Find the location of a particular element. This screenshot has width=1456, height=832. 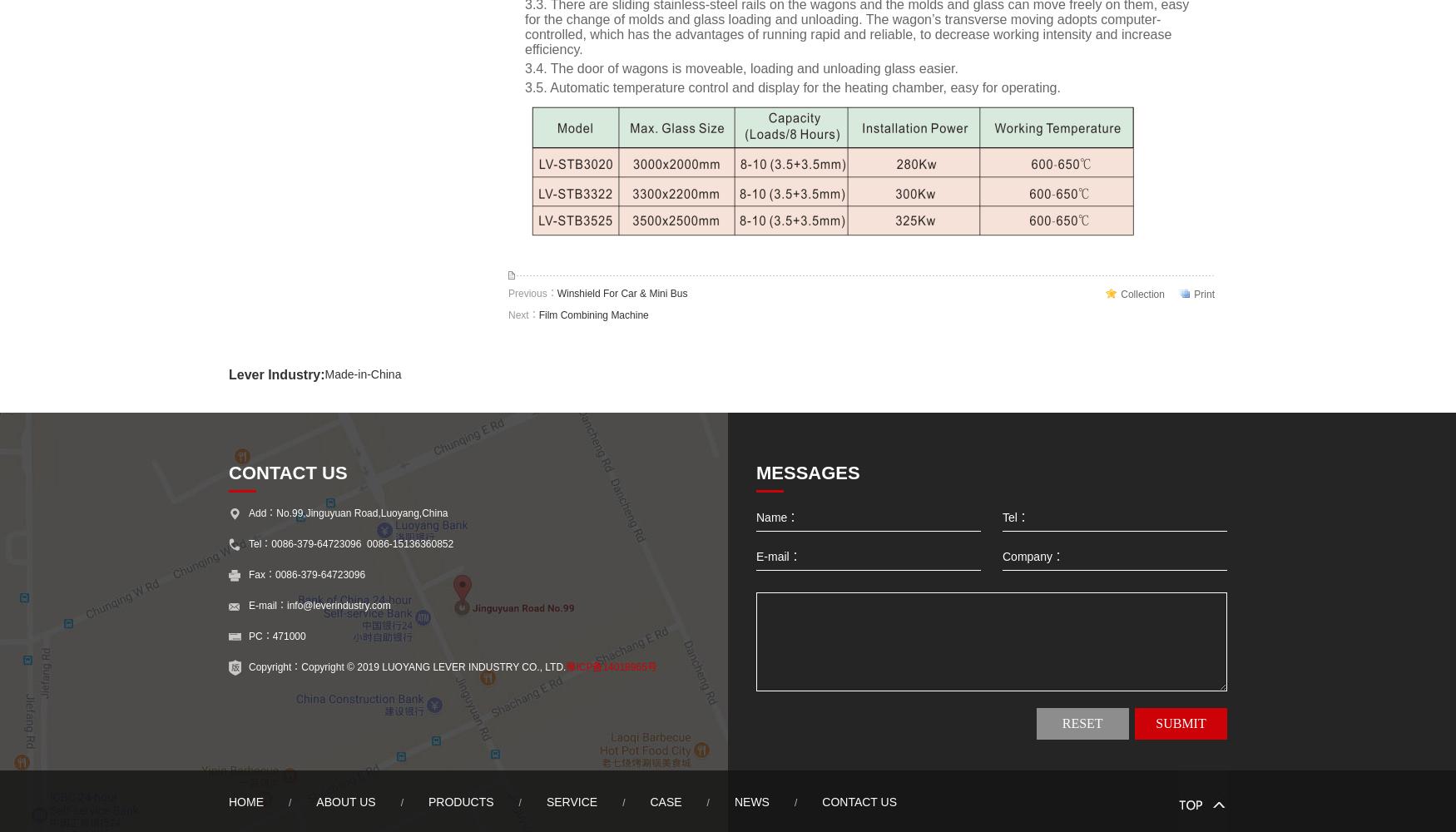

'Made-in-China' is located at coordinates (361, 374).